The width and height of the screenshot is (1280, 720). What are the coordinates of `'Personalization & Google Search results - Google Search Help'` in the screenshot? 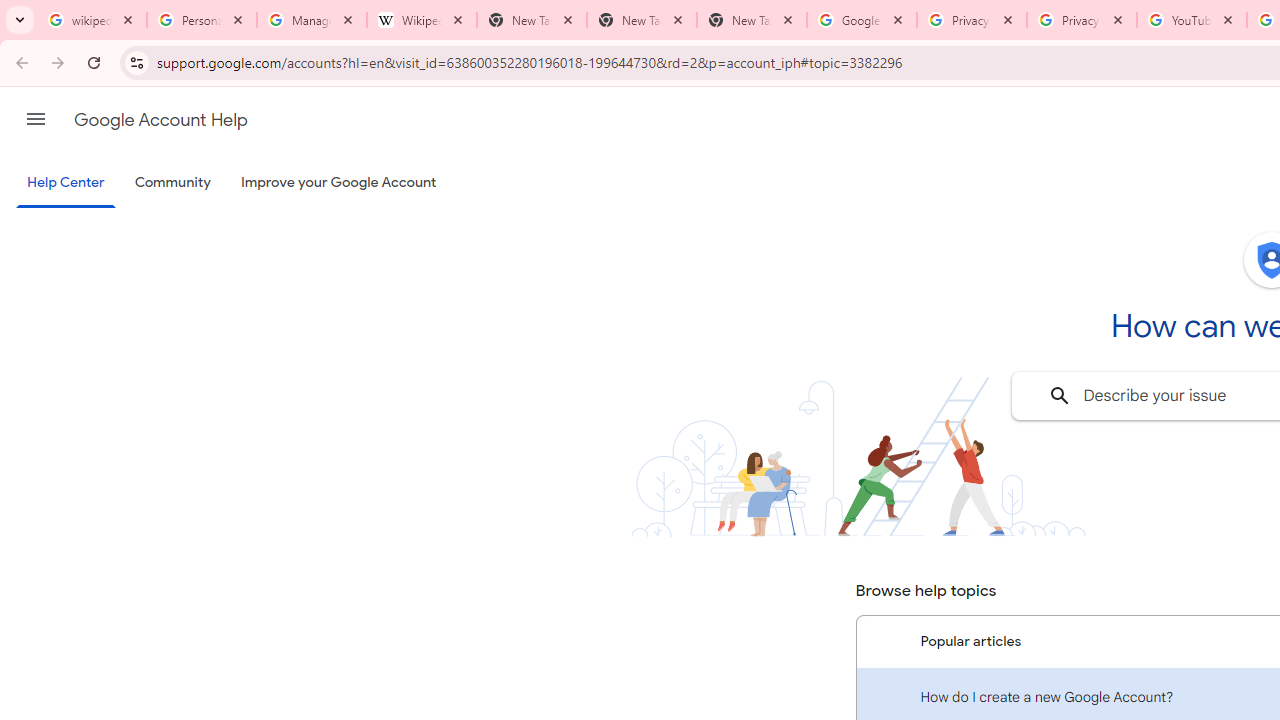 It's located at (202, 20).